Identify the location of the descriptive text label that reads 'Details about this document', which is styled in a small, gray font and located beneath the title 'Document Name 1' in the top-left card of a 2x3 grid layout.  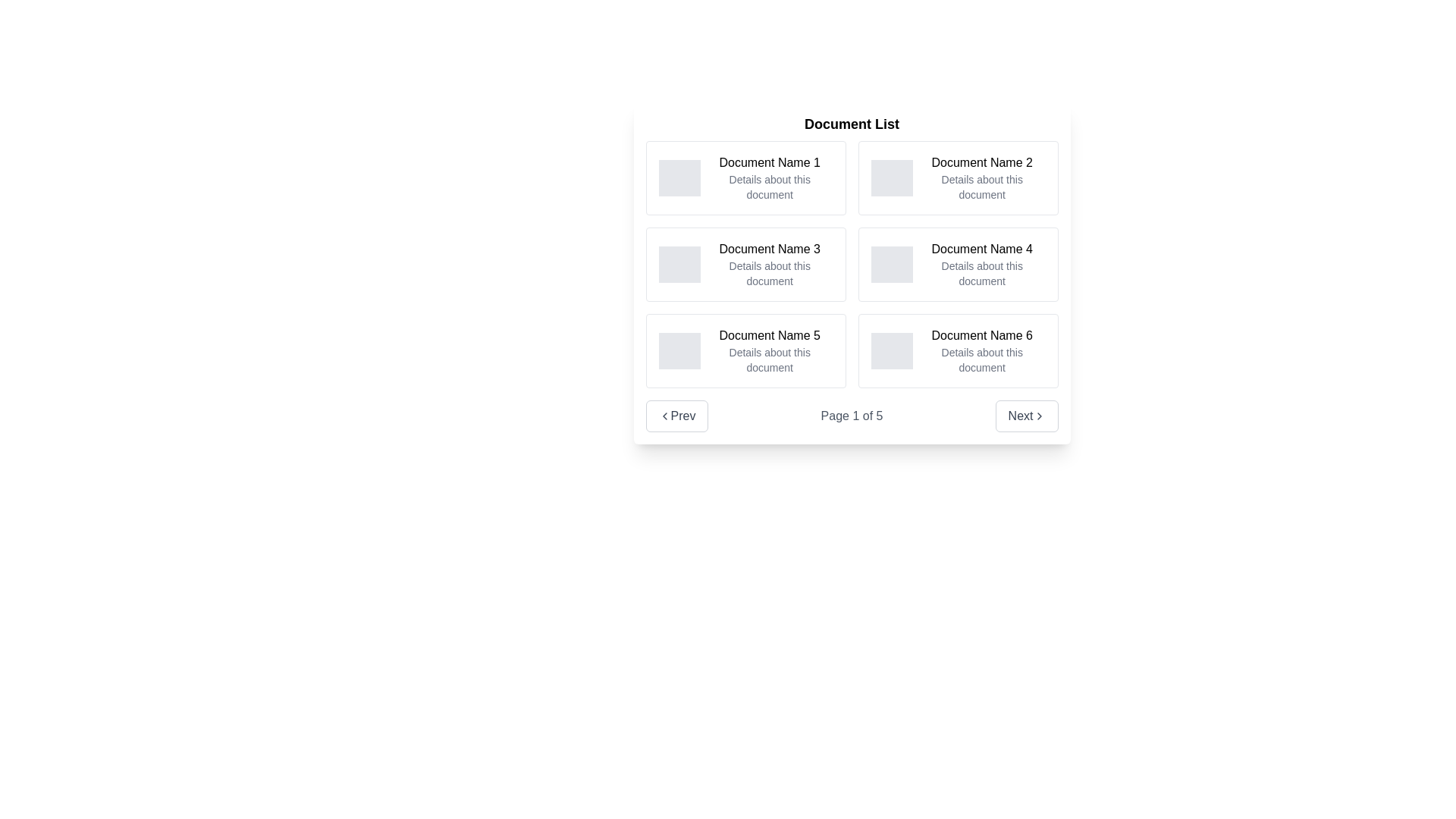
(770, 186).